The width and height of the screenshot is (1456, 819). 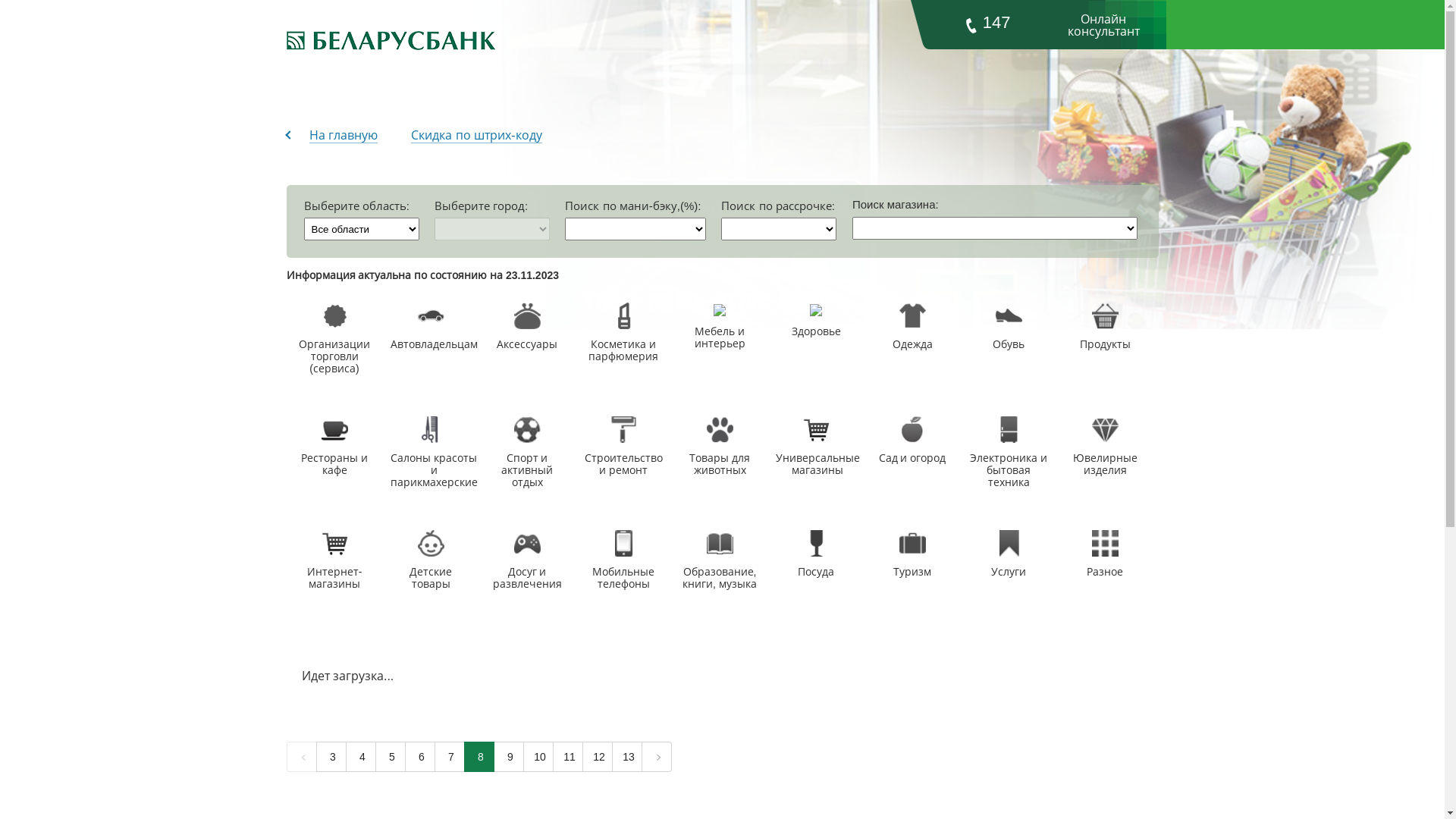 I want to click on '7', so click(x=447, y=757).